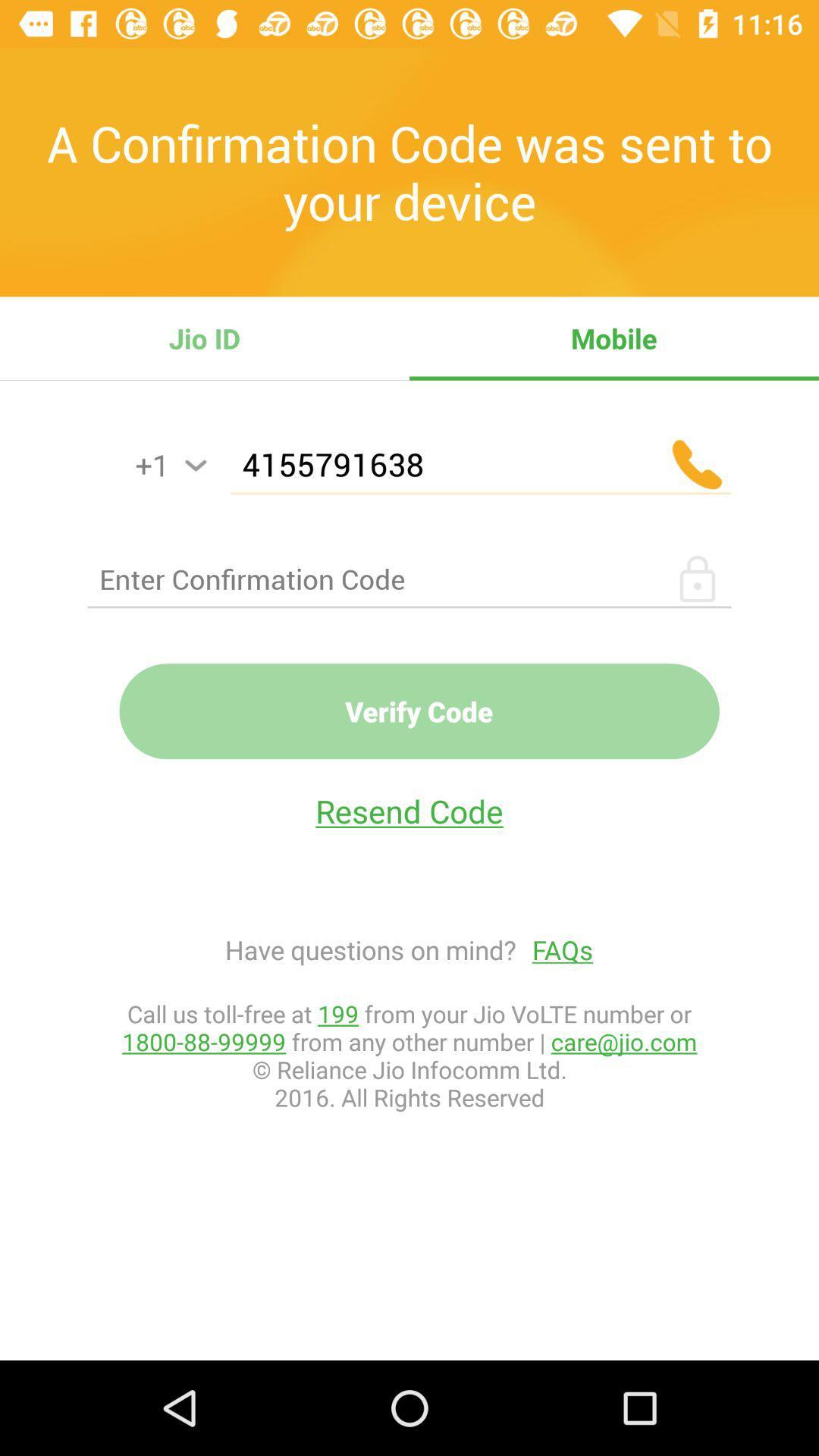  Describe the element at coordinates (409, 810) in the screenshot. I see `the resend code item` at that location.